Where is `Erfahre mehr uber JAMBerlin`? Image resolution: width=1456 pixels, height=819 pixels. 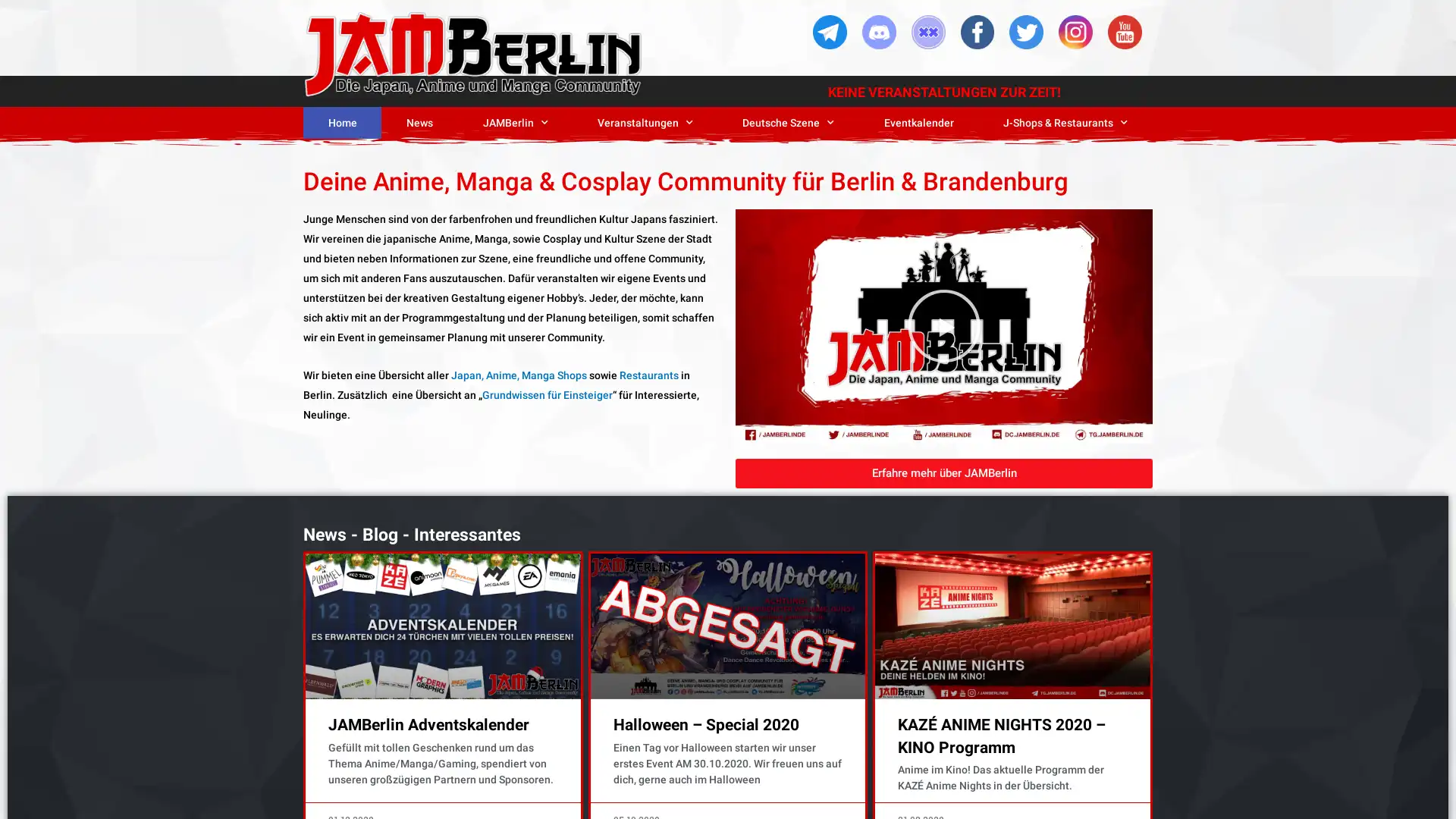 Erfahre mehr uber JAMBerlin is located at coordinates (943, 472).